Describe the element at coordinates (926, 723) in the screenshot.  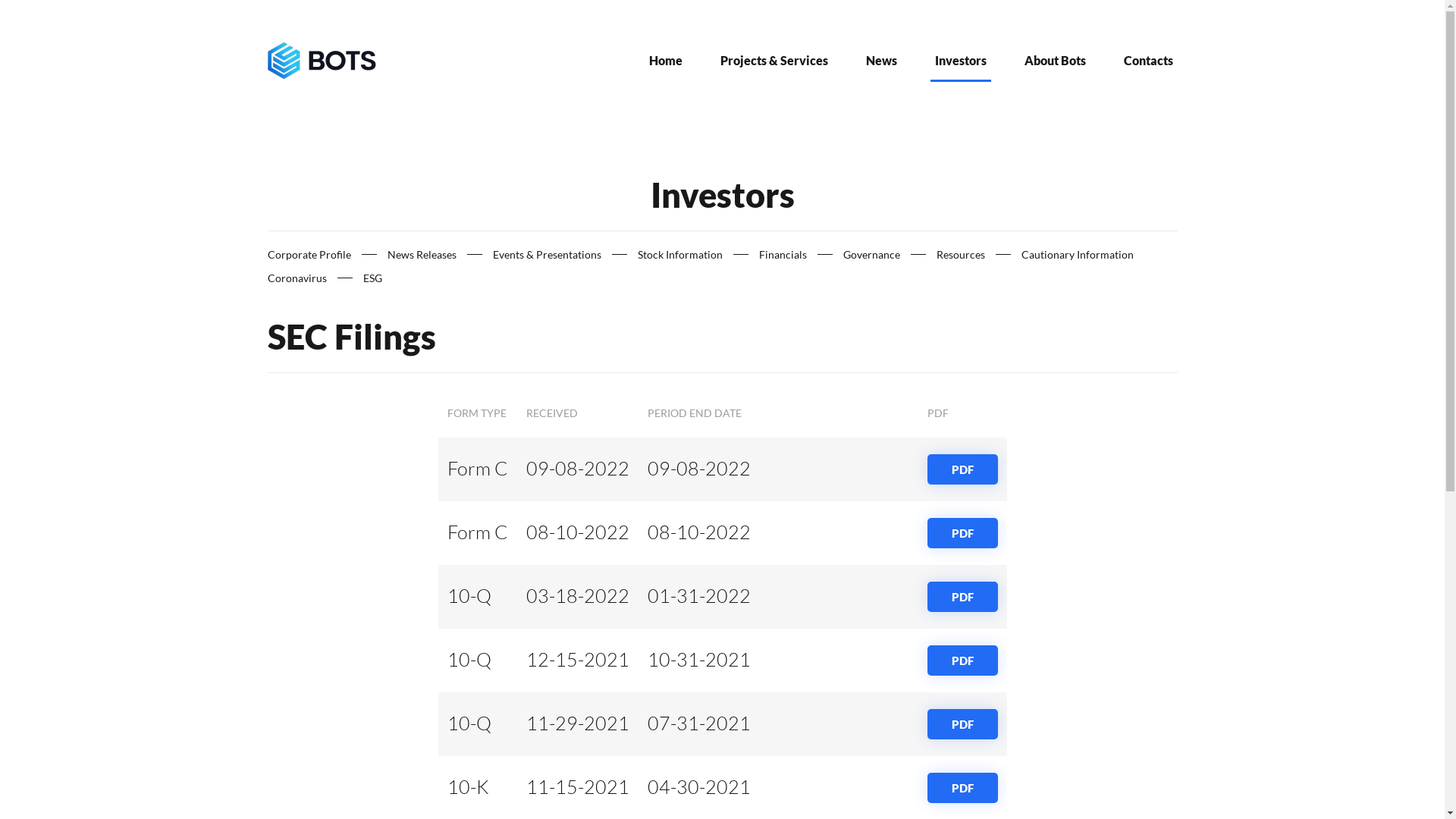
I see `'PDF'` at that location.